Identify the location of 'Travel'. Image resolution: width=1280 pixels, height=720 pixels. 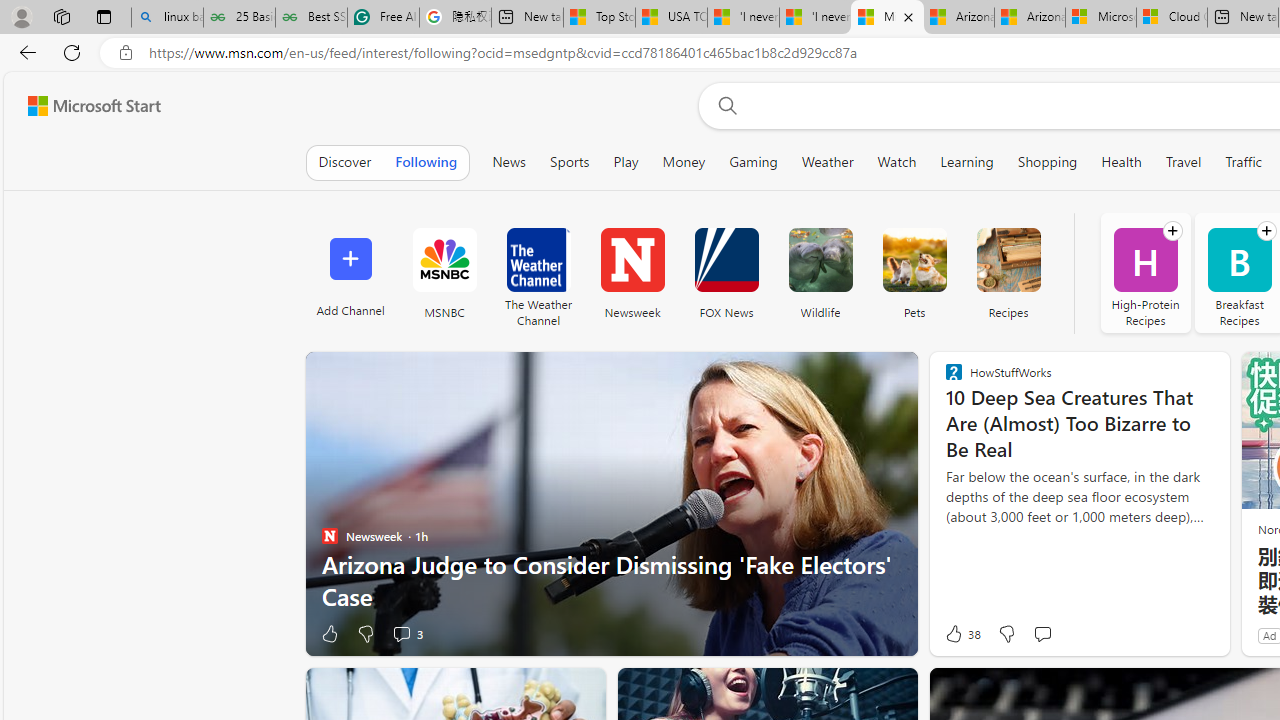
(1184, 161).